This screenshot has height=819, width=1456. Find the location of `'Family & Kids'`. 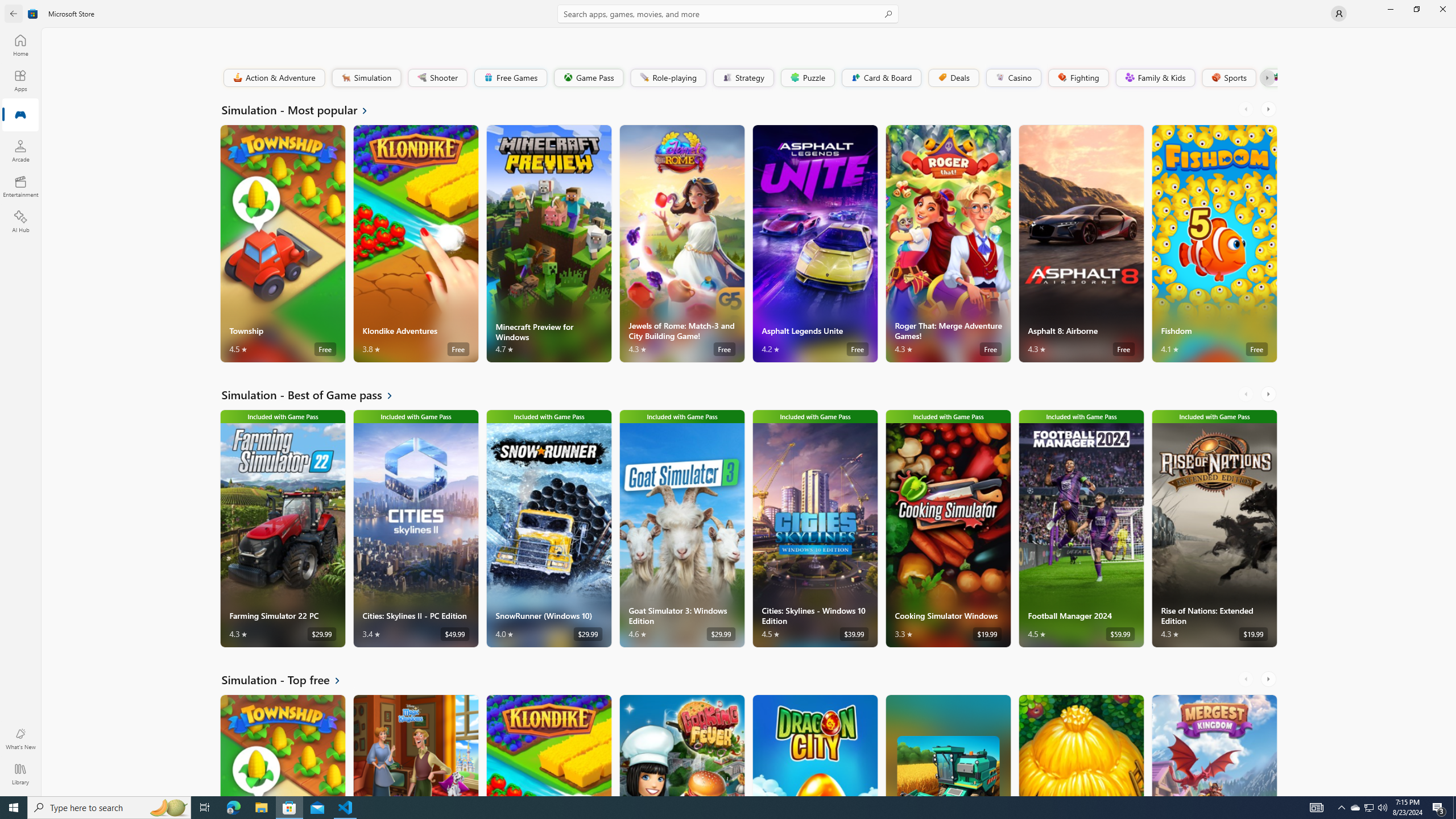

'Family & Kids' is located at coordinates (1155, 77).